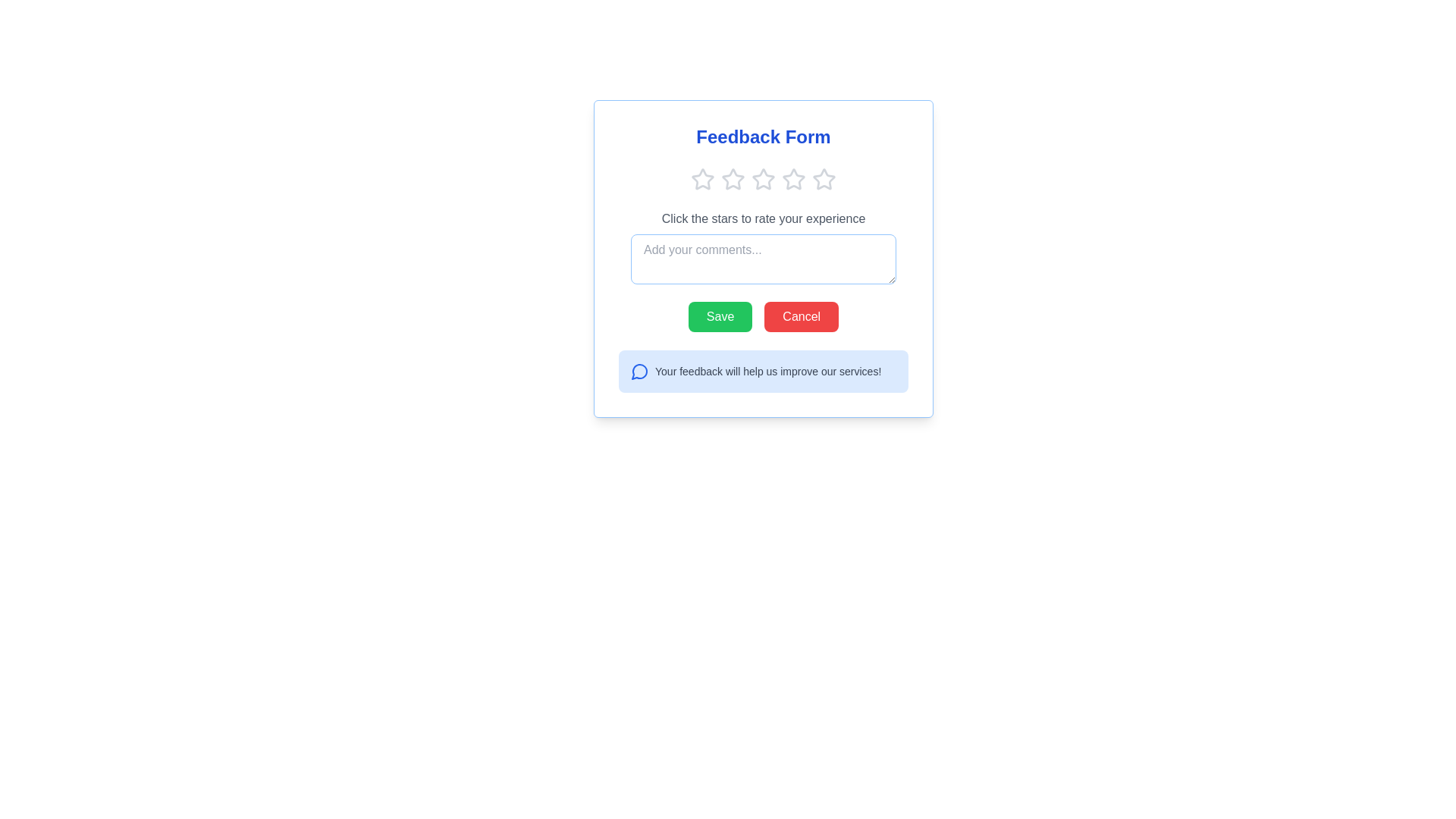 The width and height of the screenshot is (1456, 819). I want to click on the 'Cancel' button located on the lower right of the form interface, so click(801, 315).